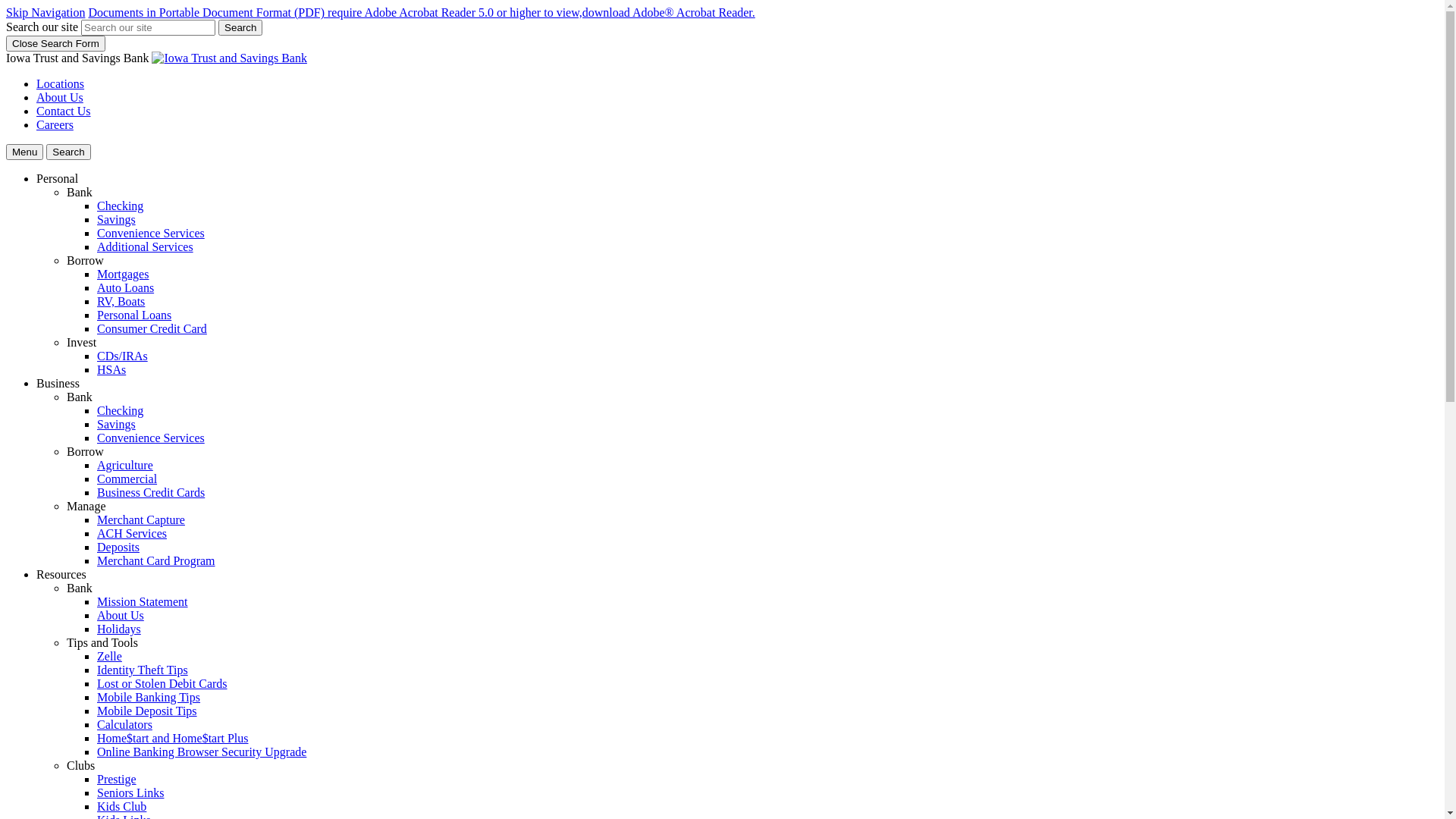 The height and width of the screenshot is (819, 1456). I want to click on 'Contact Us', so click(62, 110).